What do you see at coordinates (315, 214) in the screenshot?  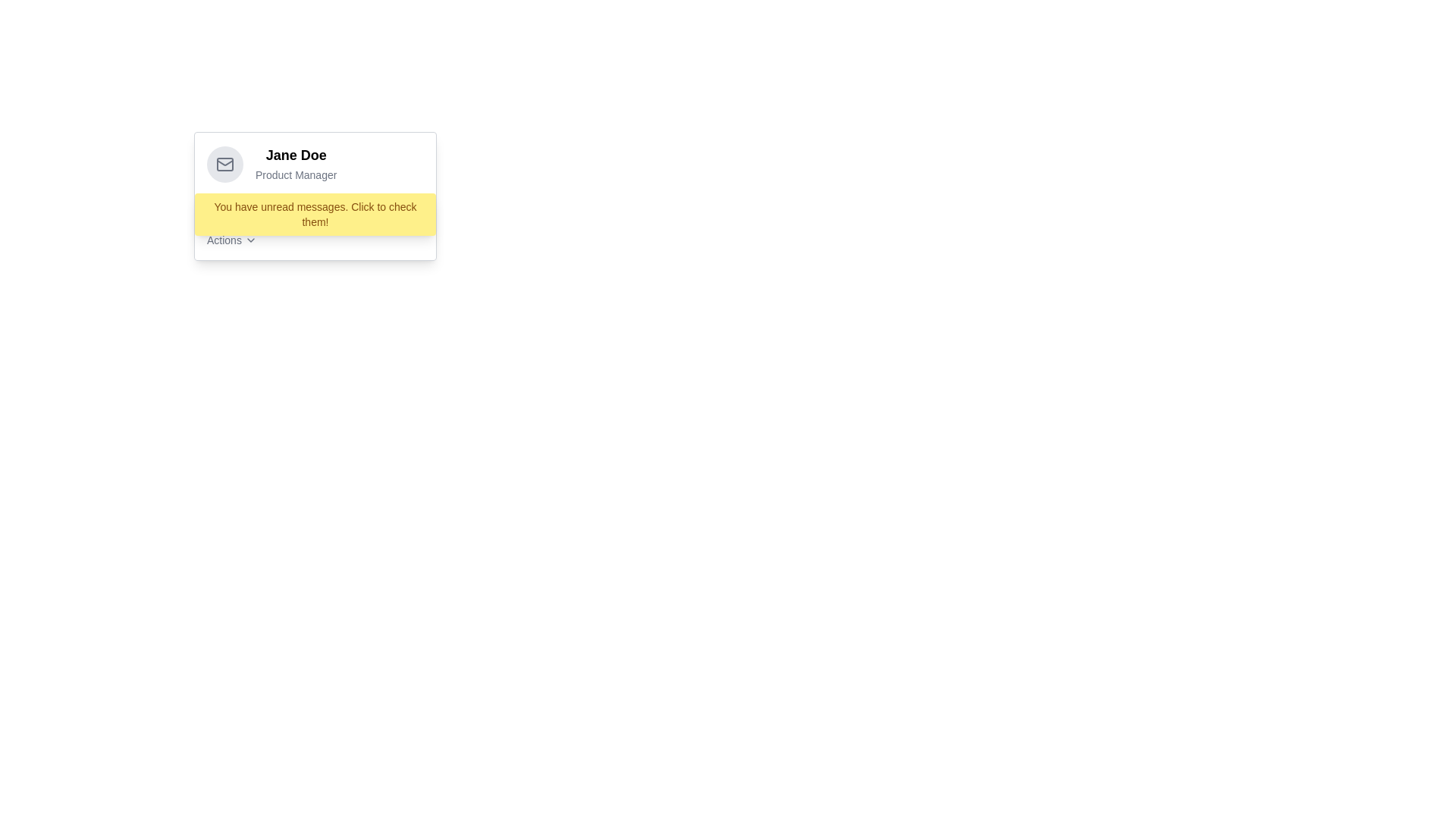 I see `the yellow notification banner displaying the message 'You have unread messages. Click to check them!' to read the information it displays` at bounding box center [315, 214].